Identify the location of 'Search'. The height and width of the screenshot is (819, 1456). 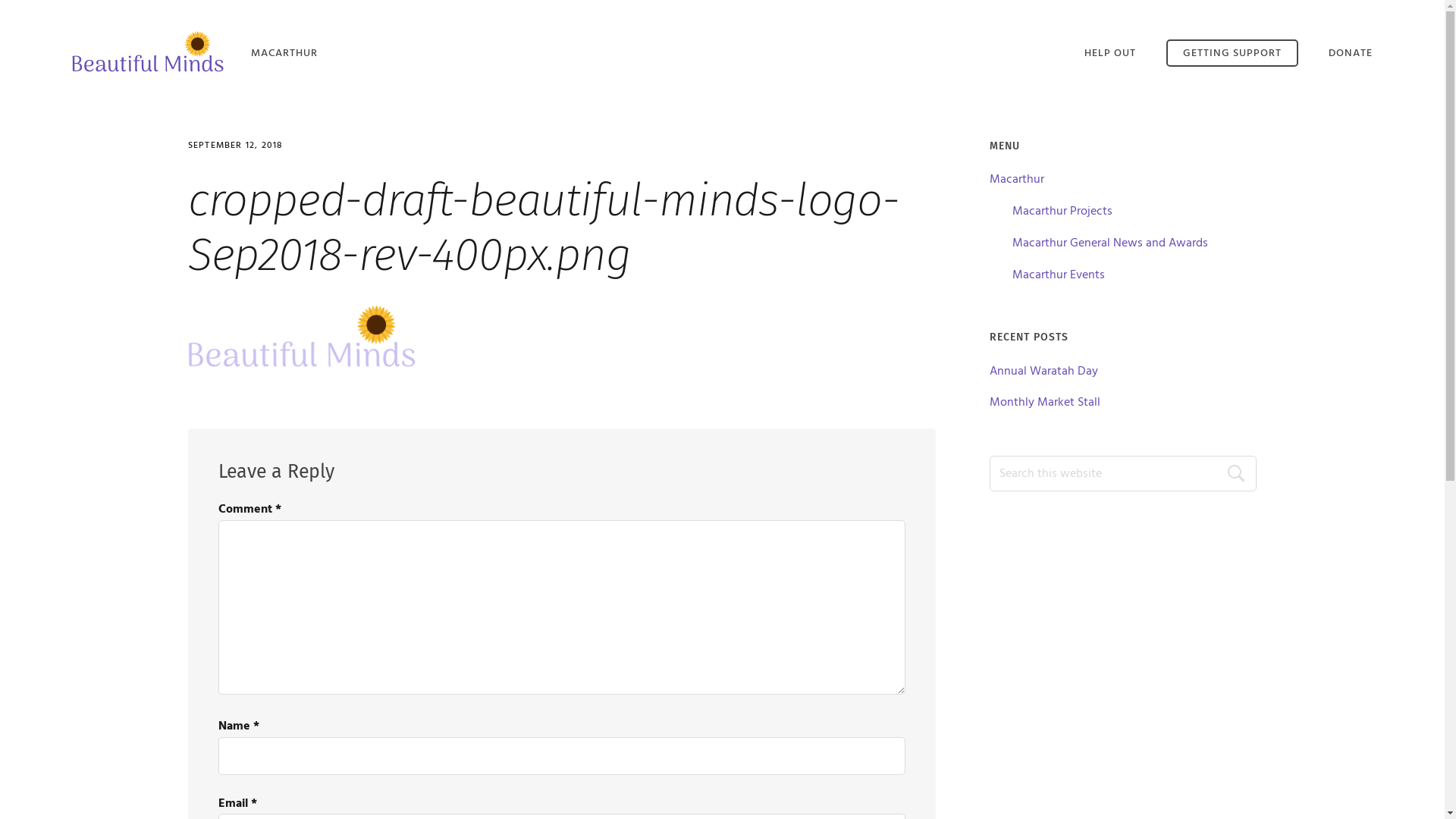
(1226, 472).